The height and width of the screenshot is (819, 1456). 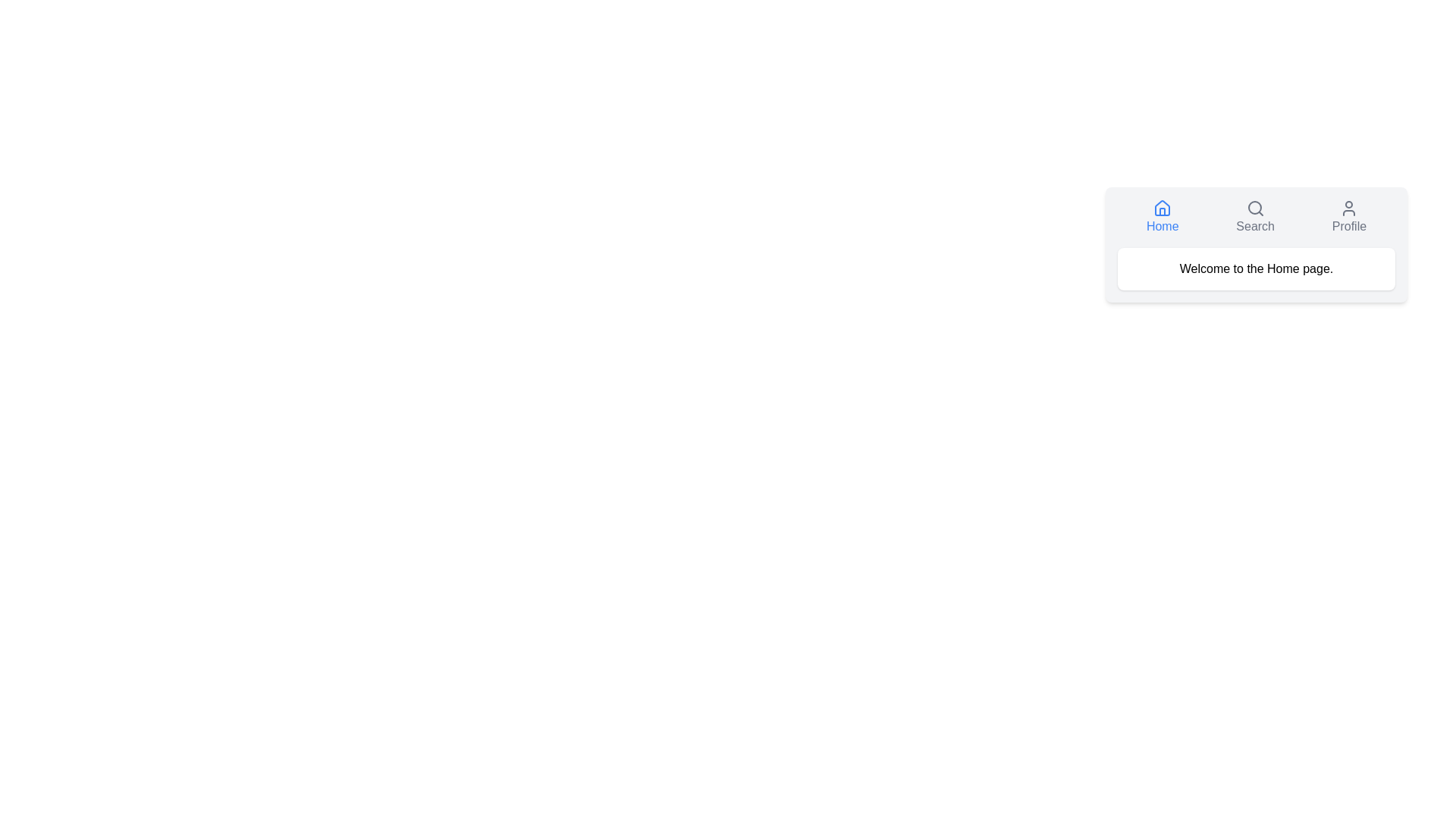 I want to click on the welcoming message text label displayed on the home page, which is centered within a white card below the navigation bar, so click(x=1256, y=268).